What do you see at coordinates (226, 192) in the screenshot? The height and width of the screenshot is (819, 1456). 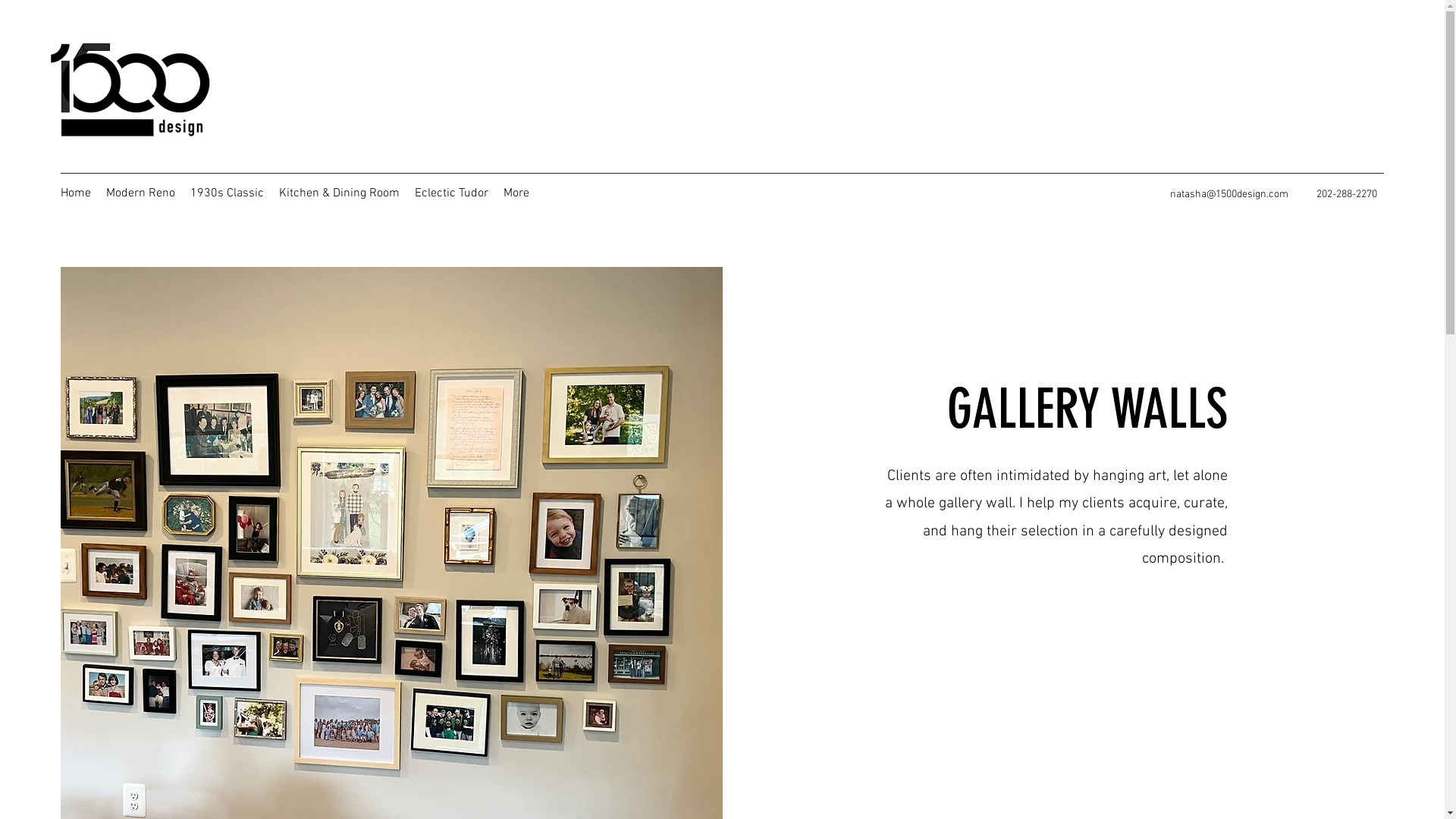 I see `'1930s Classic'` at bounding box center [226, 192].